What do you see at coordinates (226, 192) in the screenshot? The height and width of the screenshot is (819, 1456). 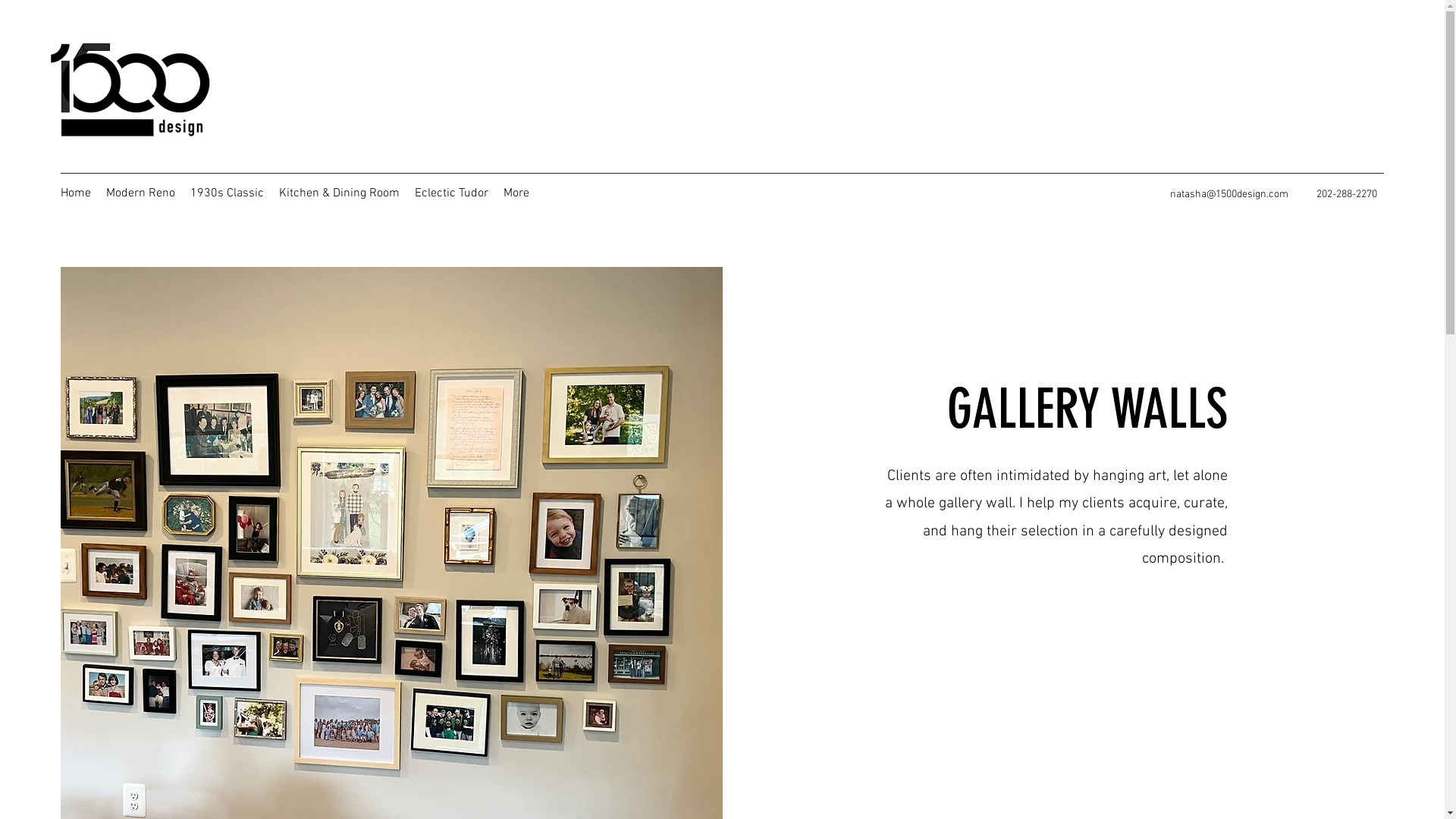 I see `'1930s Classic'` at bounding box center [226, 192].